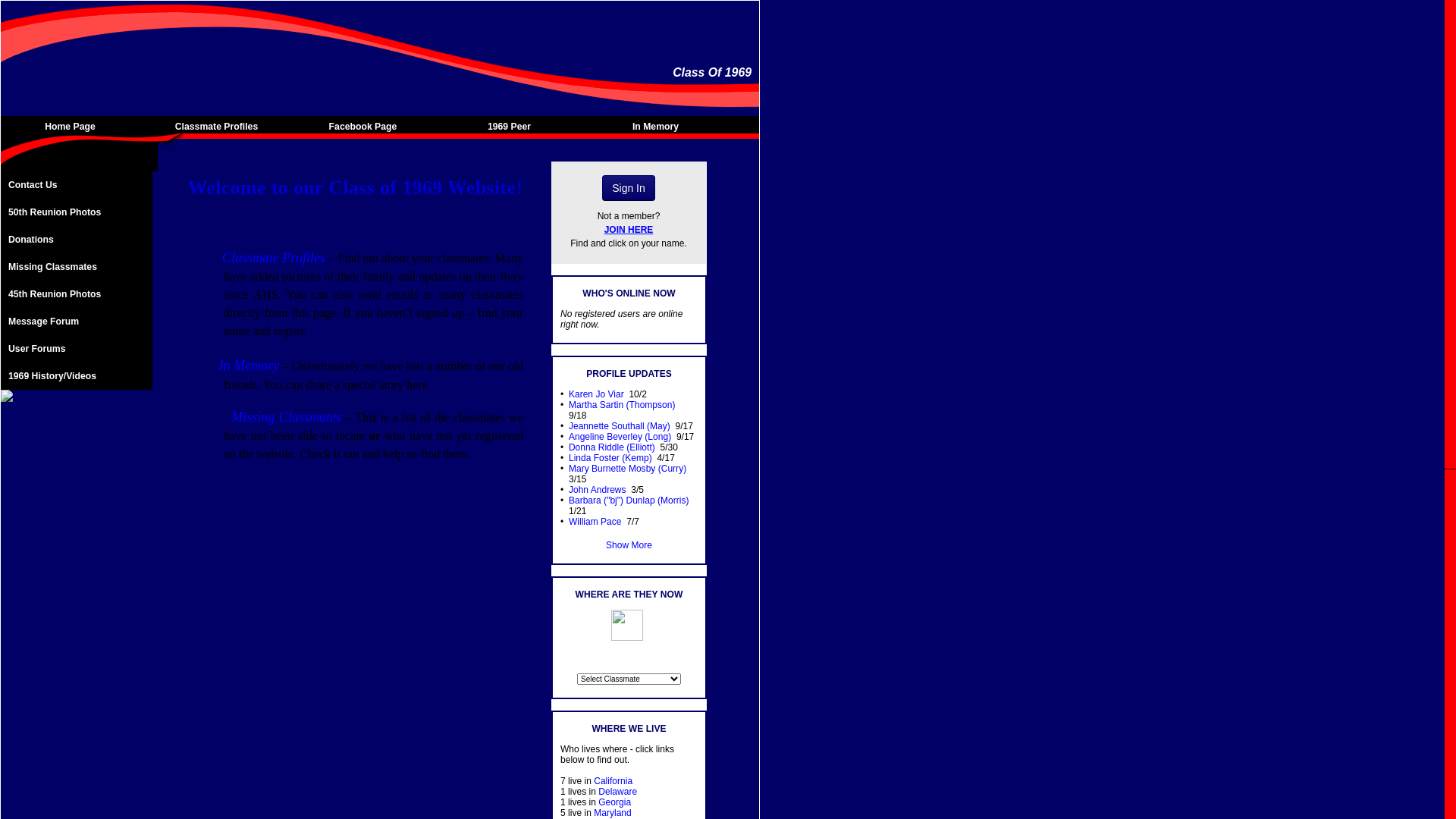  I want to click on 'Delaware', so click(617, 791).